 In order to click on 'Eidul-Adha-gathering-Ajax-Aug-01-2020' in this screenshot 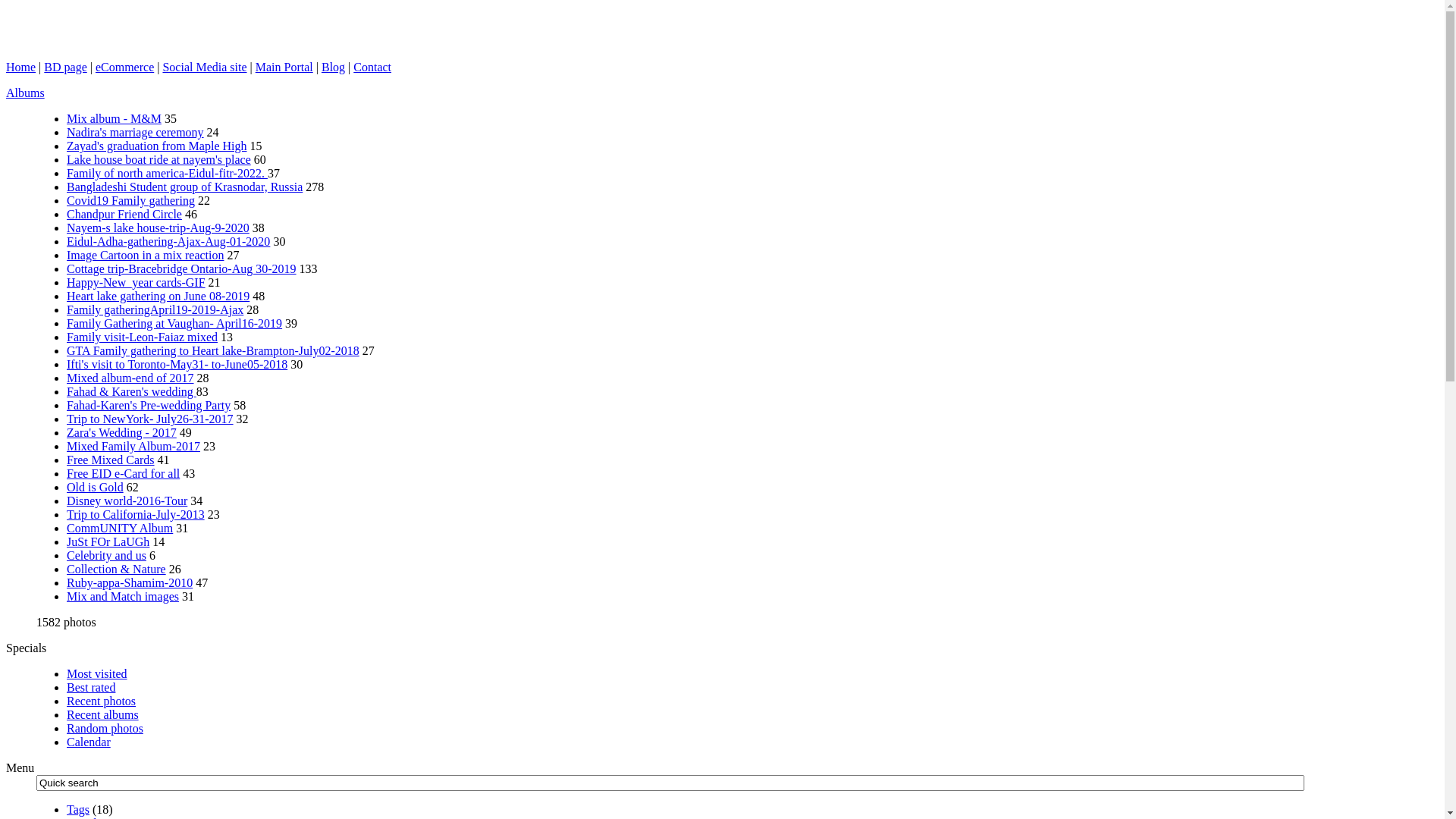, I will do `click(168, 240)`.